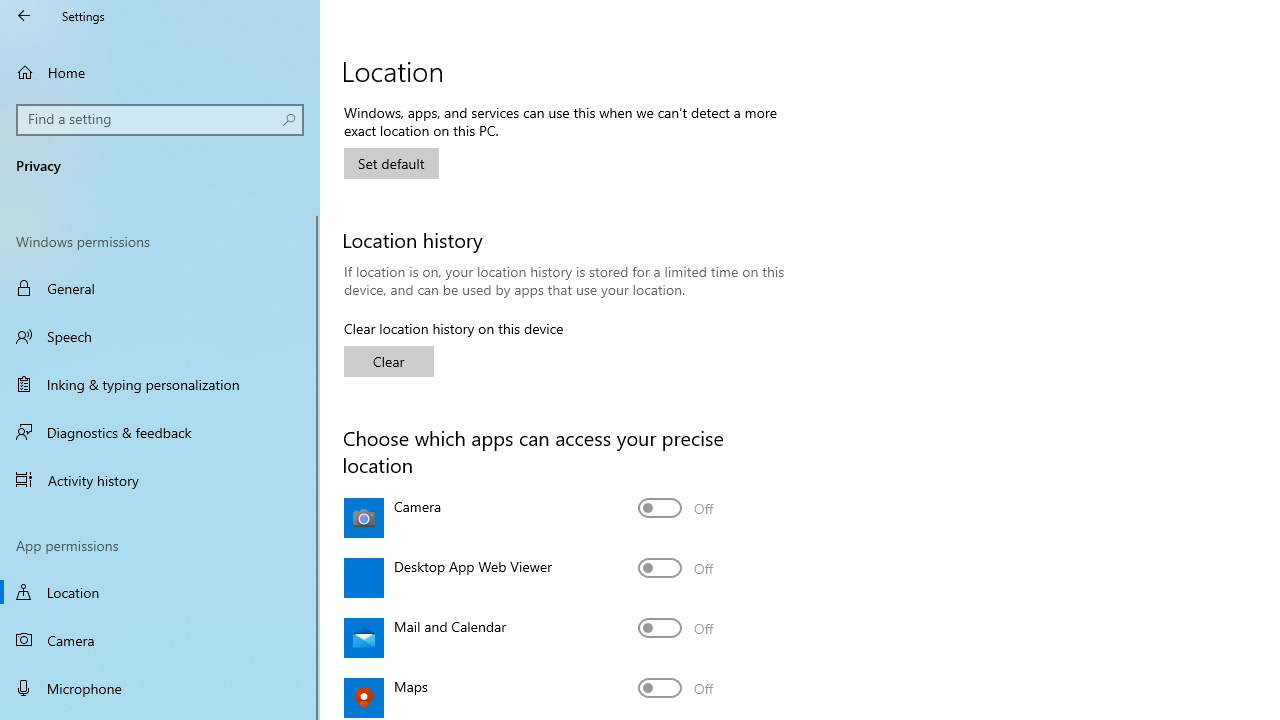 This screenshot has height=720, width=1280. What do you see at coordinates (160, 591) in the screenshot?
I see `'Location'` at bounding box center [160, 591].